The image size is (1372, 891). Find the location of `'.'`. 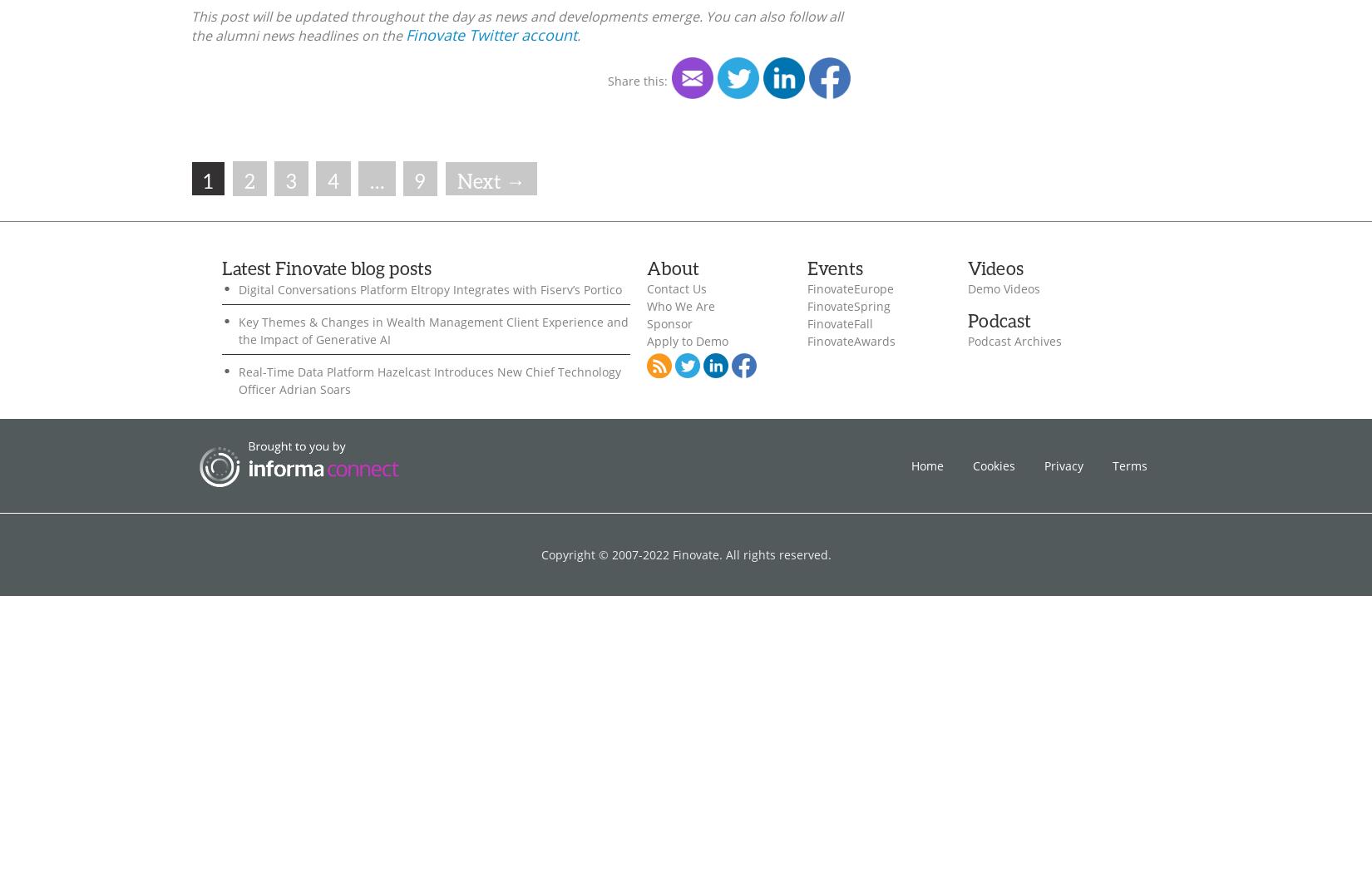

'.' is located at coordinates (575, 34).